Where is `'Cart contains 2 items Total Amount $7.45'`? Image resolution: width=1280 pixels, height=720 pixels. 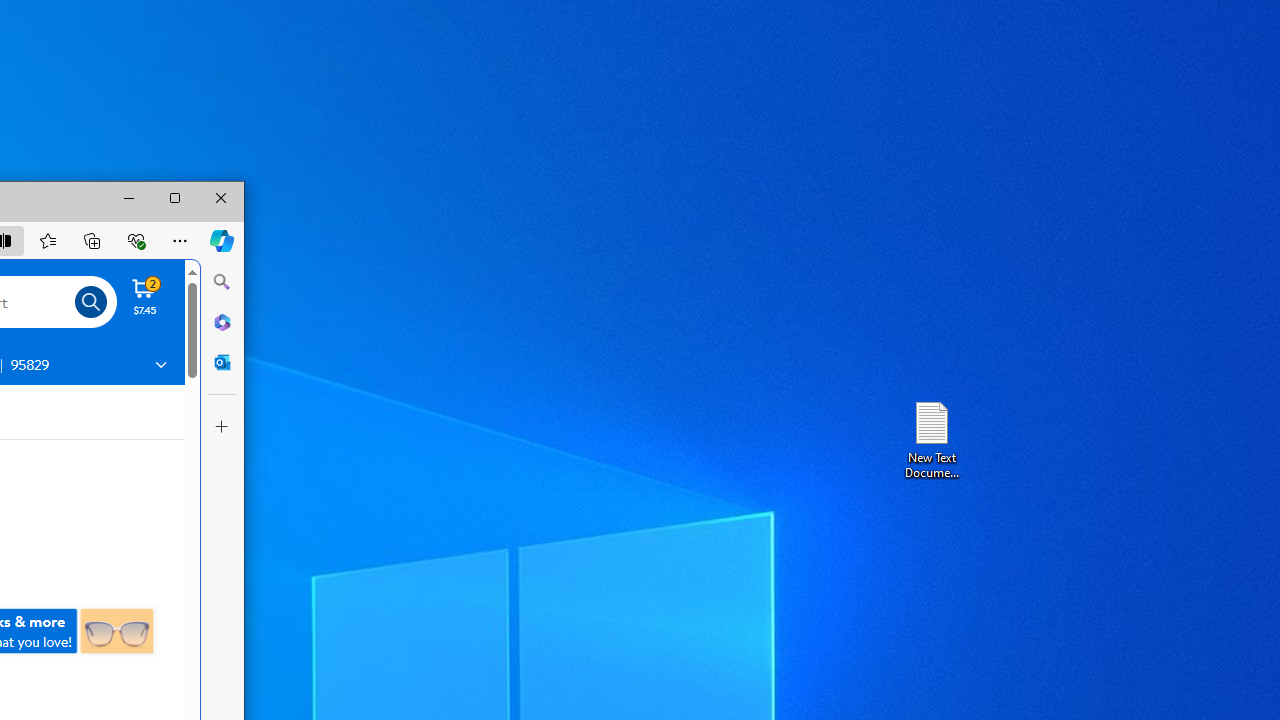
'Cart contains 2 items Total Amount $7.45' is located at coordinates (144, 295).